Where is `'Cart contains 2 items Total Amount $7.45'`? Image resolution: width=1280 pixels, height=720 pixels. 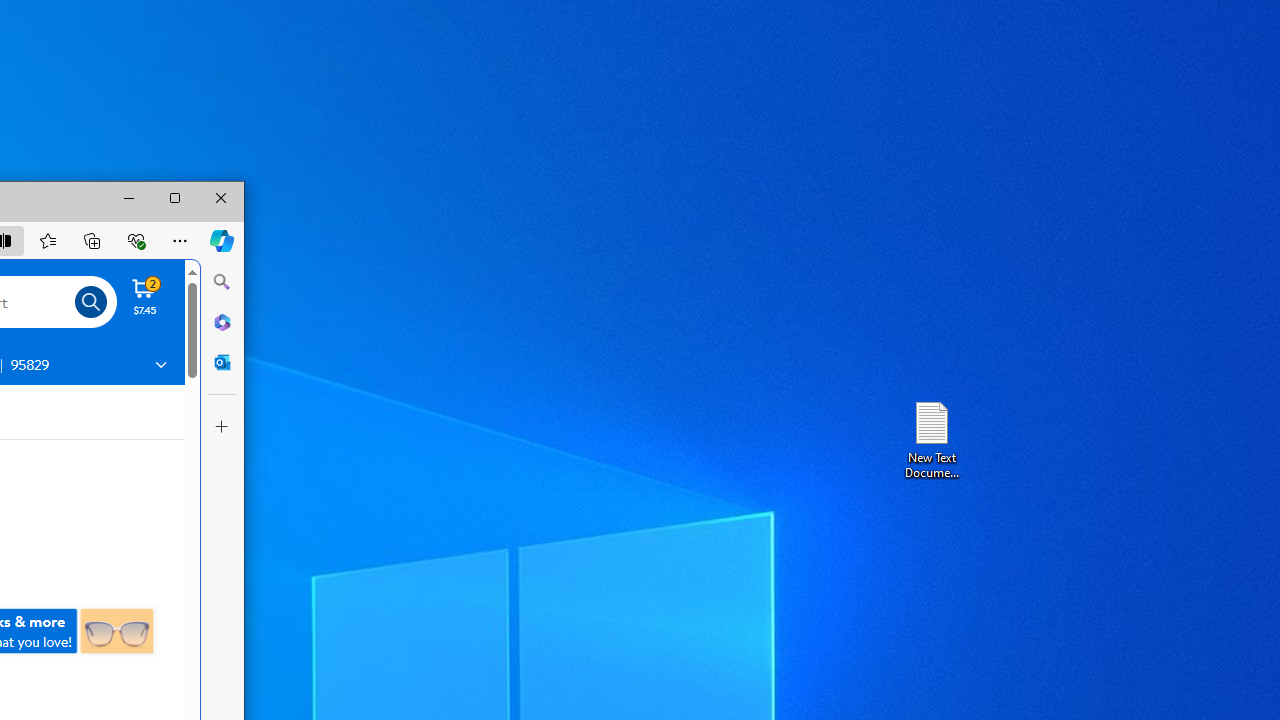
'Cart contains 2 items Total Amount $7.45' is located at coordinates (144, 295).